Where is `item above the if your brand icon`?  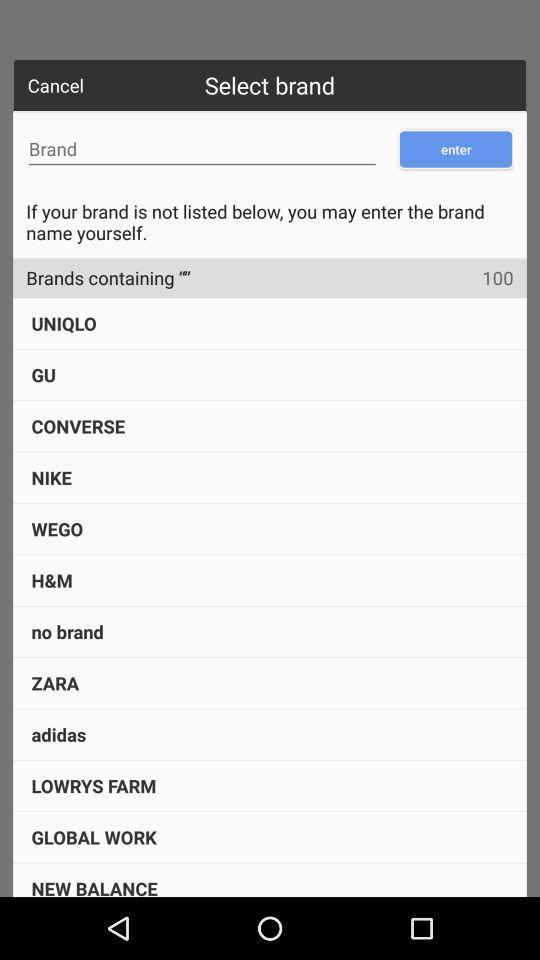
item above the if your brand icon is located at coordinates (202, 148).